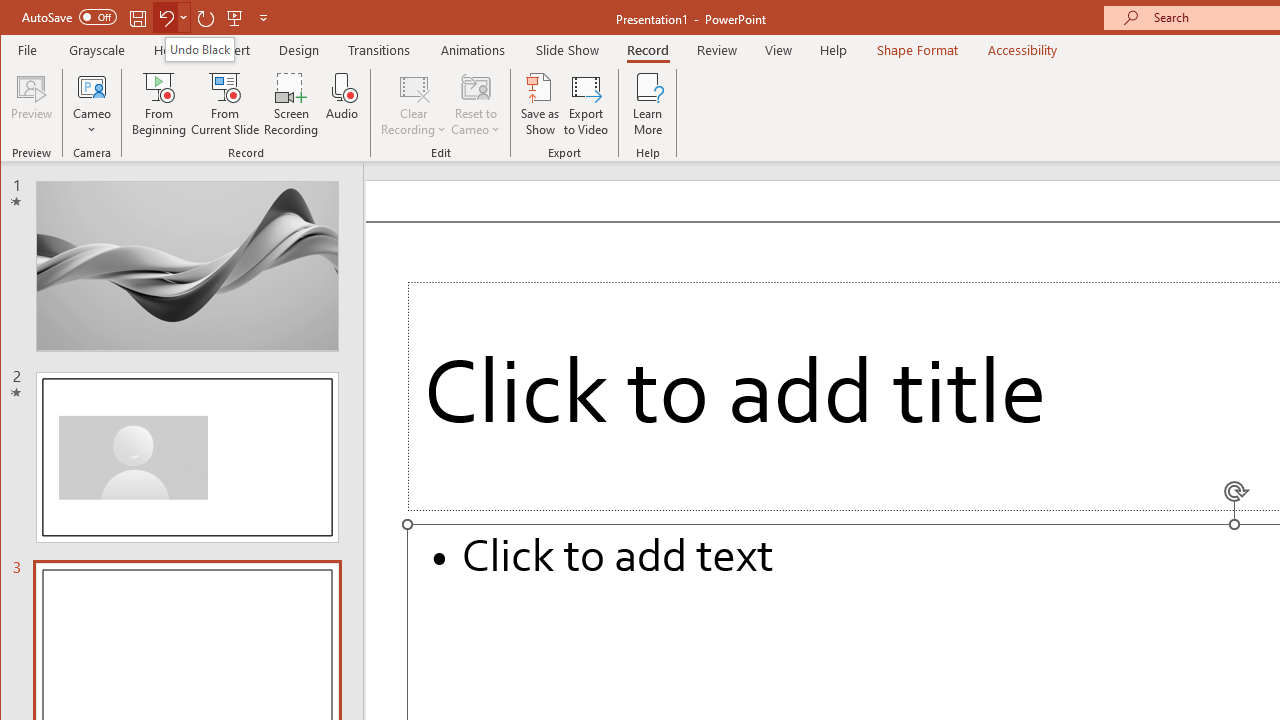  Describe the element at coordinates (187, 457) in the screenshot. I see `'Slide'` at that location.